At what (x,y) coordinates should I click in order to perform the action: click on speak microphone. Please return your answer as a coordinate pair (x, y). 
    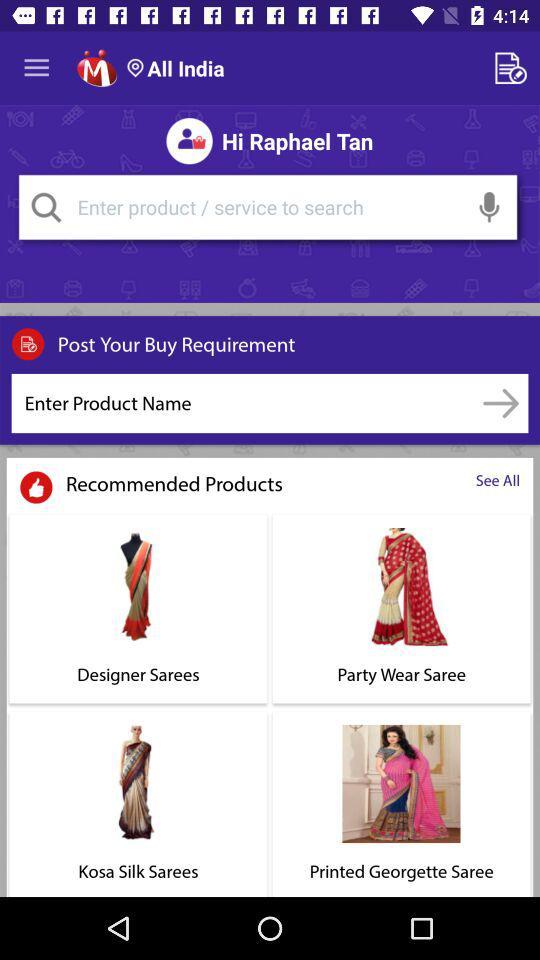
    Looking at the image, I should click on (488, 207).